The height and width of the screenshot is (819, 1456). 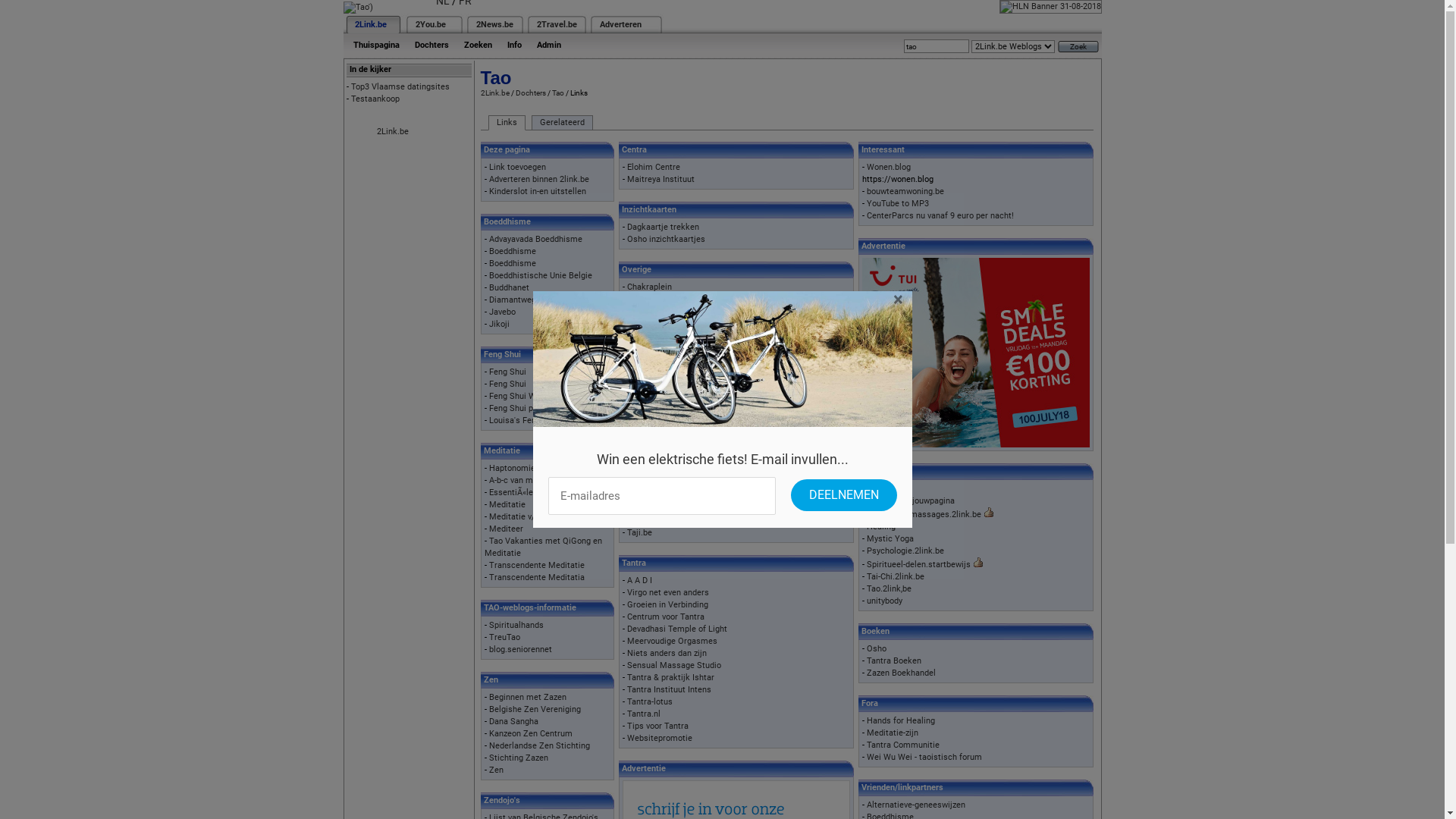 I want to click on 'blog.seniorennet', so click(x=519, y=648).